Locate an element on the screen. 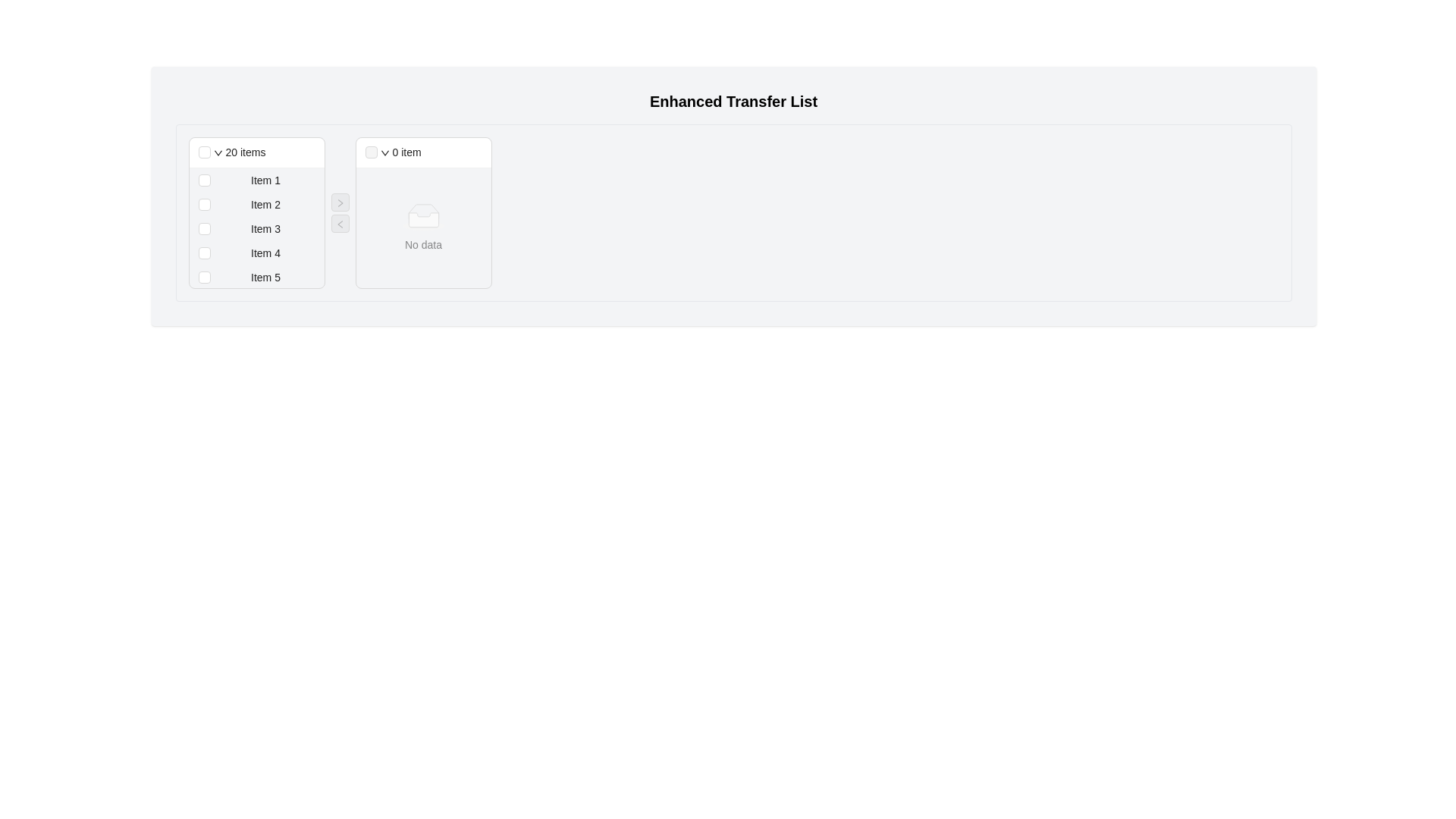 The height and width of the screenshot is (819, 1456). an entry in the selectable list component located in the left section of the interface is located at coordinates (256, 213).